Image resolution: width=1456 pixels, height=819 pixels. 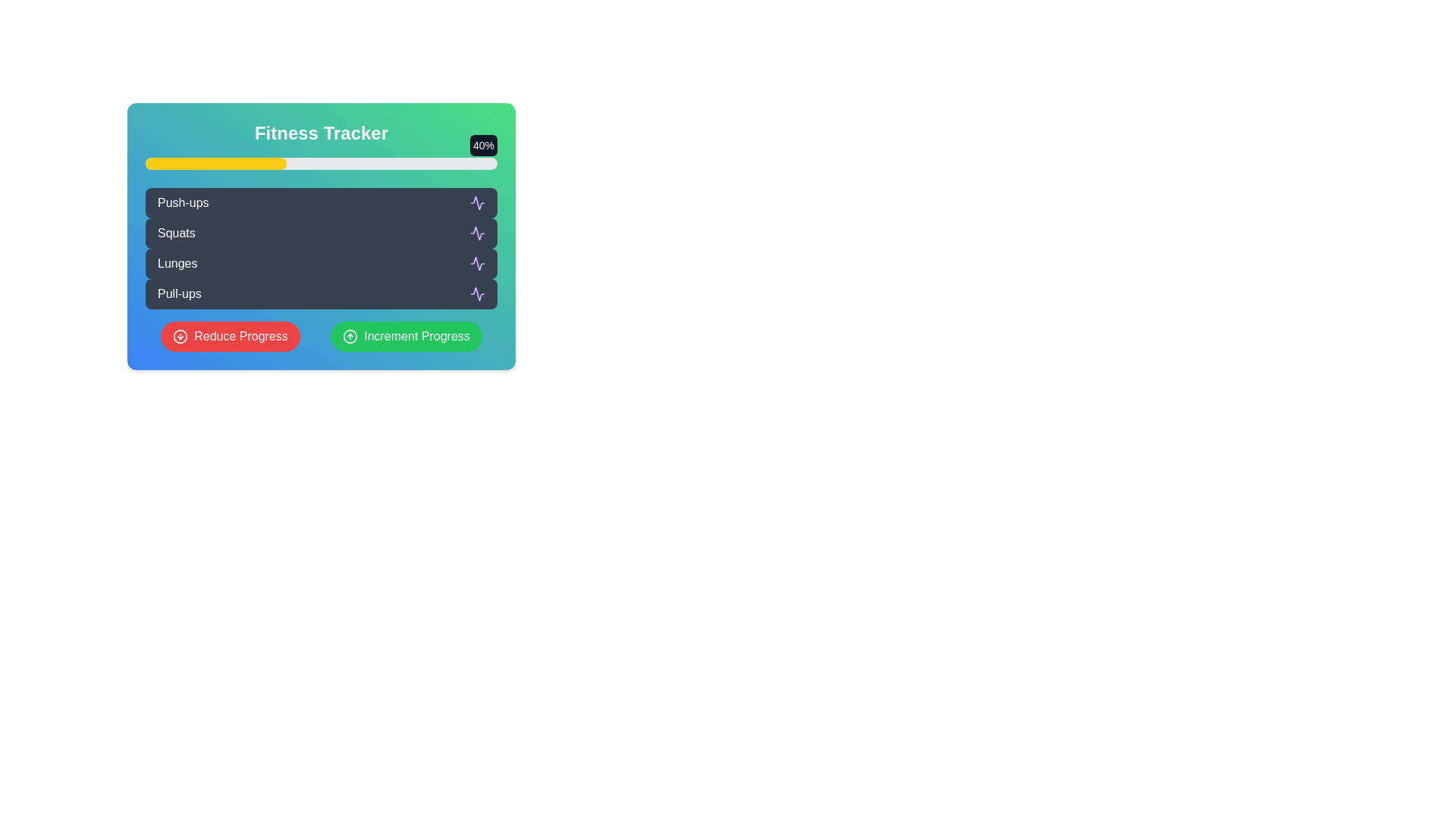 I want to click on the icon that represents the action of incrementing progress, located to the left within the 'Increment Progress' button at the bottom right of the interface, so click(x=350, y=335).